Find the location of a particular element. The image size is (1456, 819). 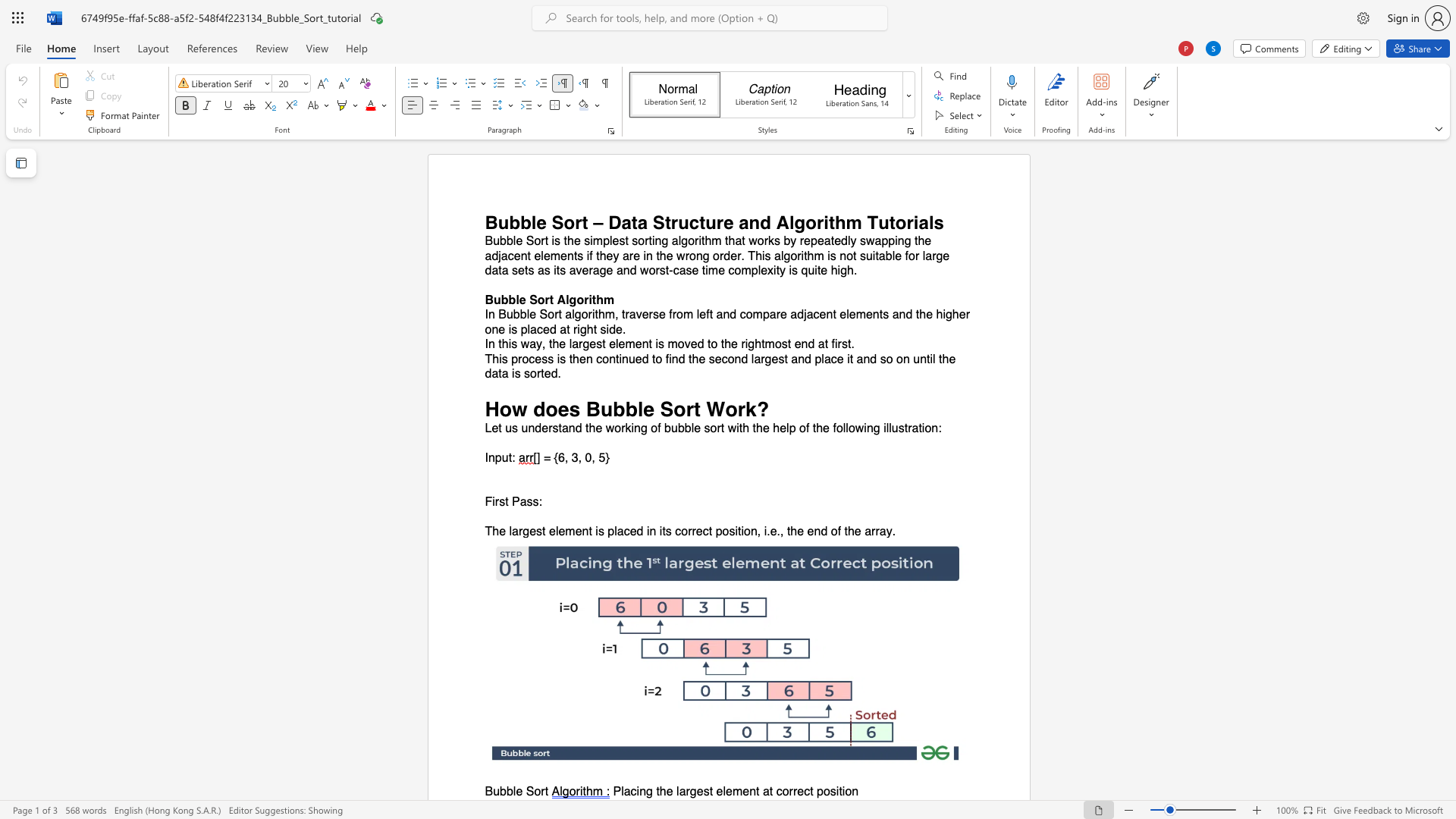

the space between the continuous character "{" and "6" in the text is located at coordinates (557, 457).